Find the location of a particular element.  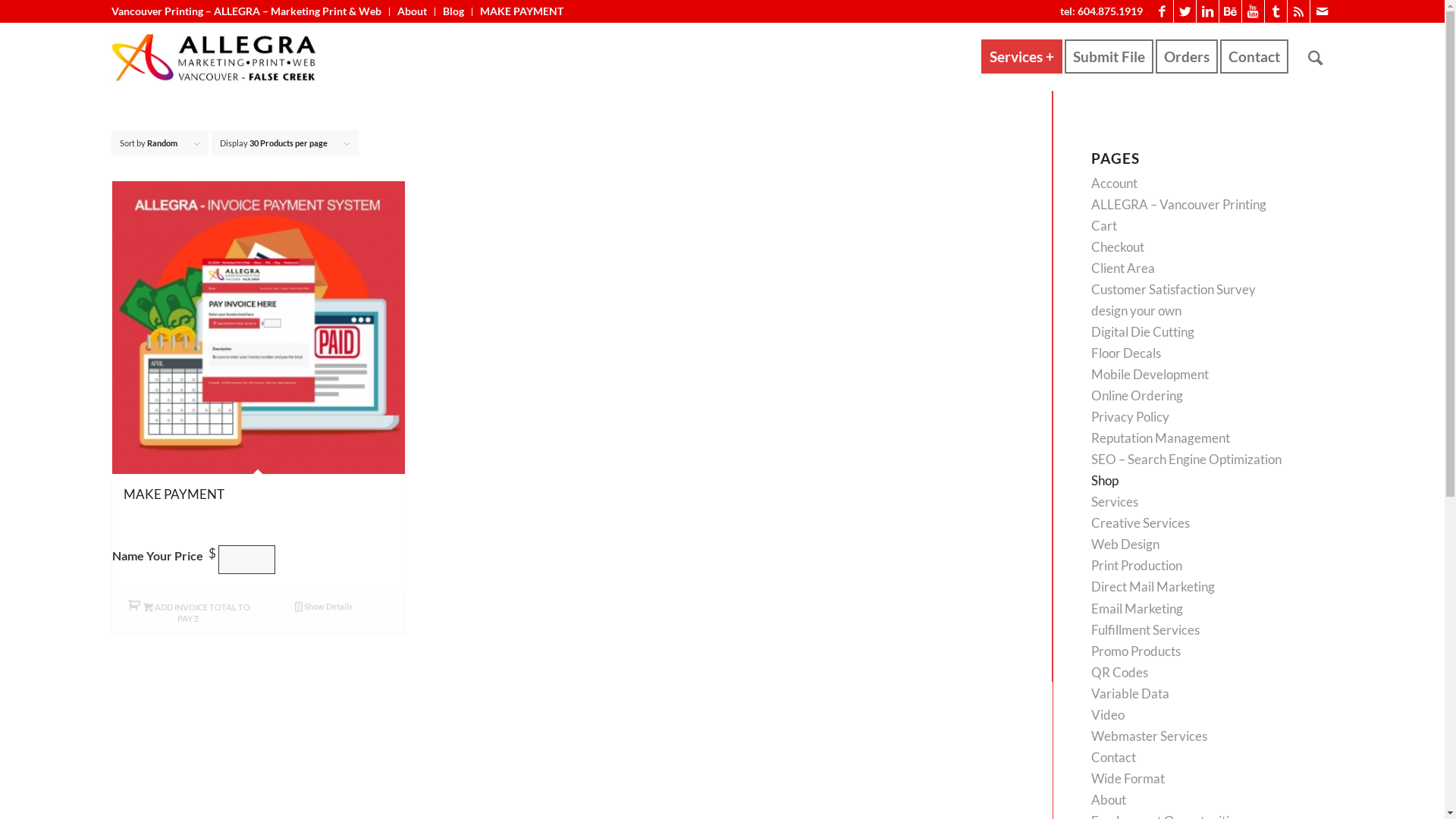

'Checkout' is located at coordinates (1090, 246).